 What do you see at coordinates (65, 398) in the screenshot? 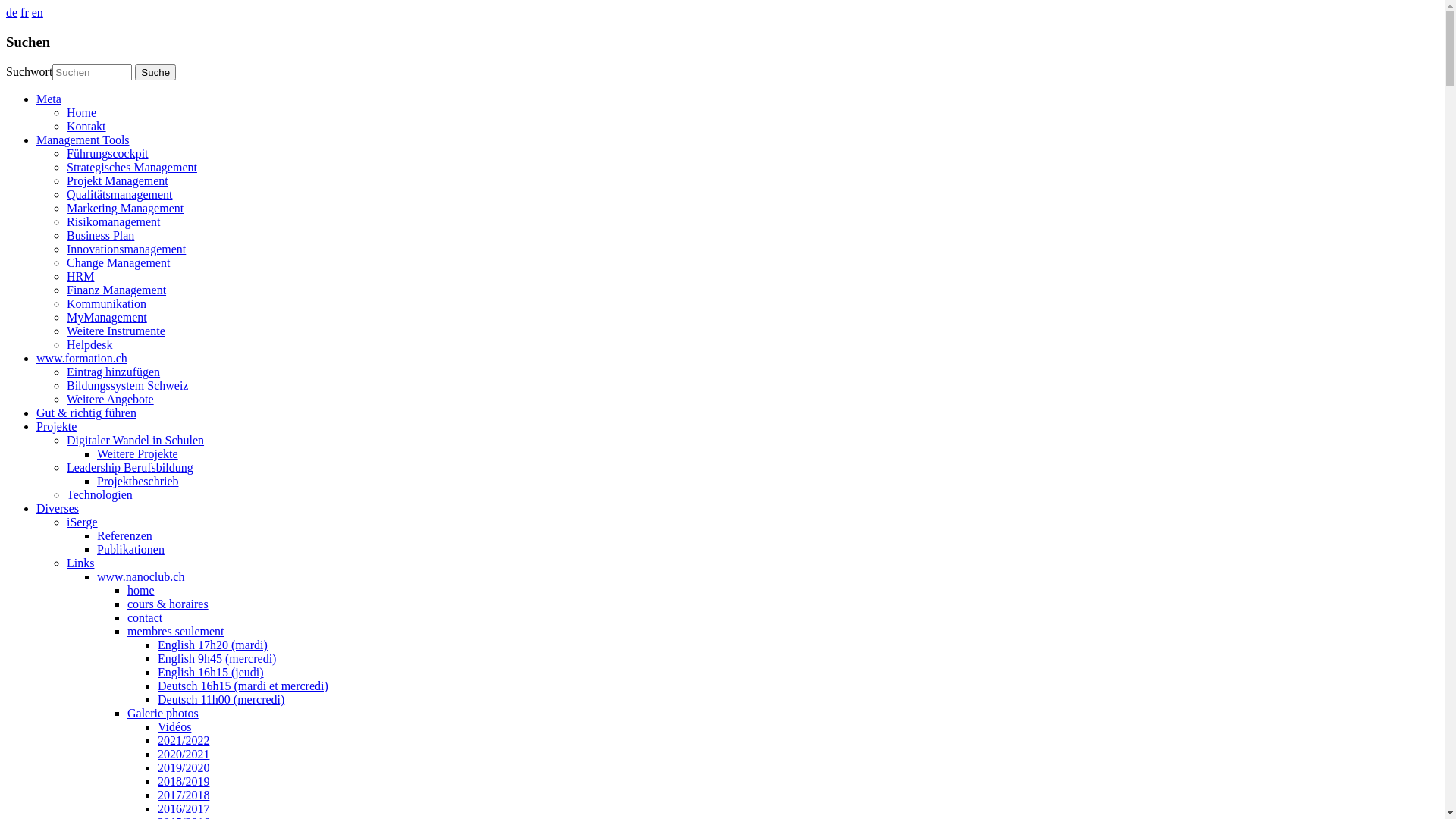
I see `'Weitere Angebote'` at bounding box center [65, 398].